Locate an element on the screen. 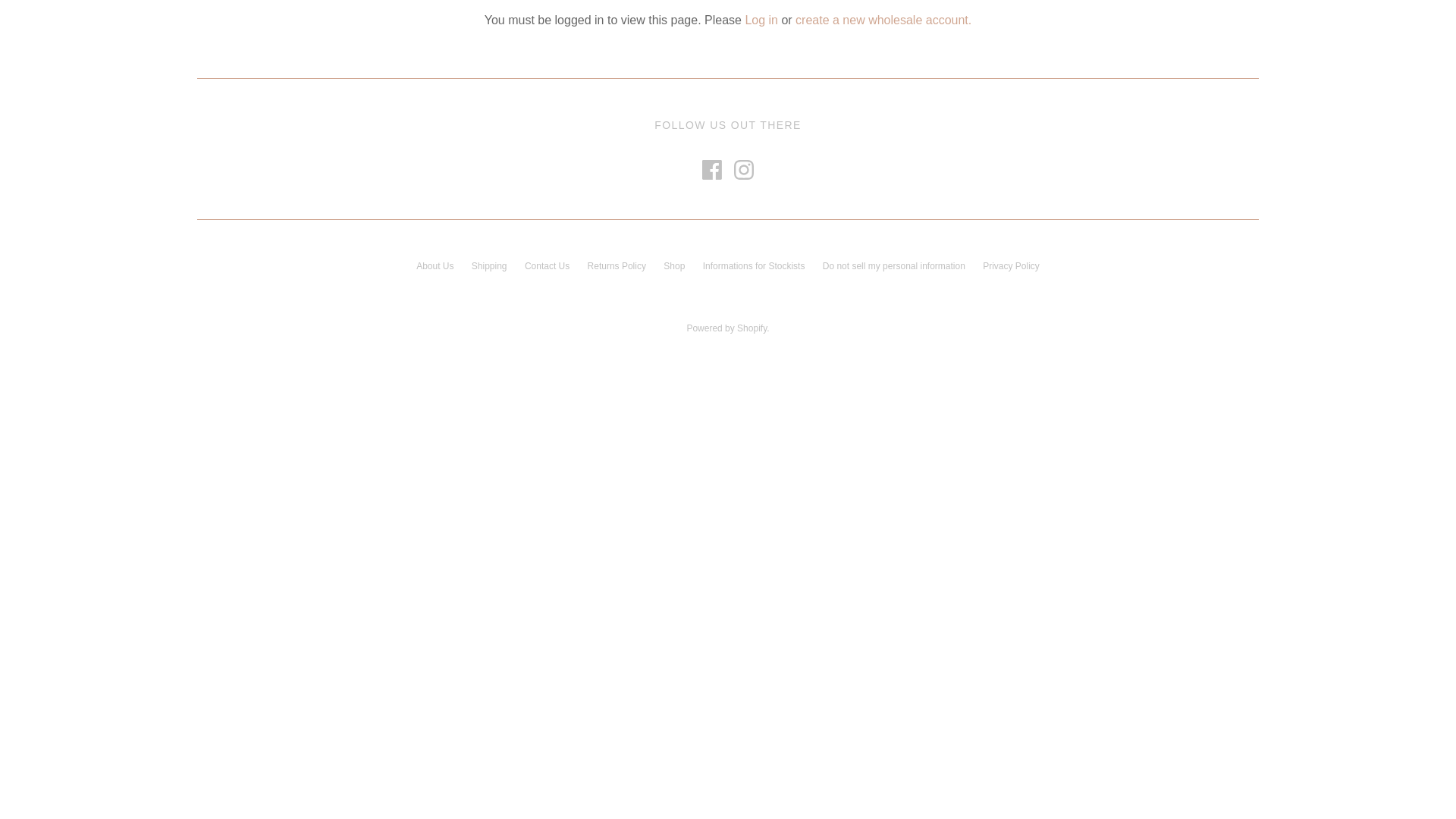 The image size is (1456, 819). 'Informations for Stockists' is located at coordinates (754, 265).